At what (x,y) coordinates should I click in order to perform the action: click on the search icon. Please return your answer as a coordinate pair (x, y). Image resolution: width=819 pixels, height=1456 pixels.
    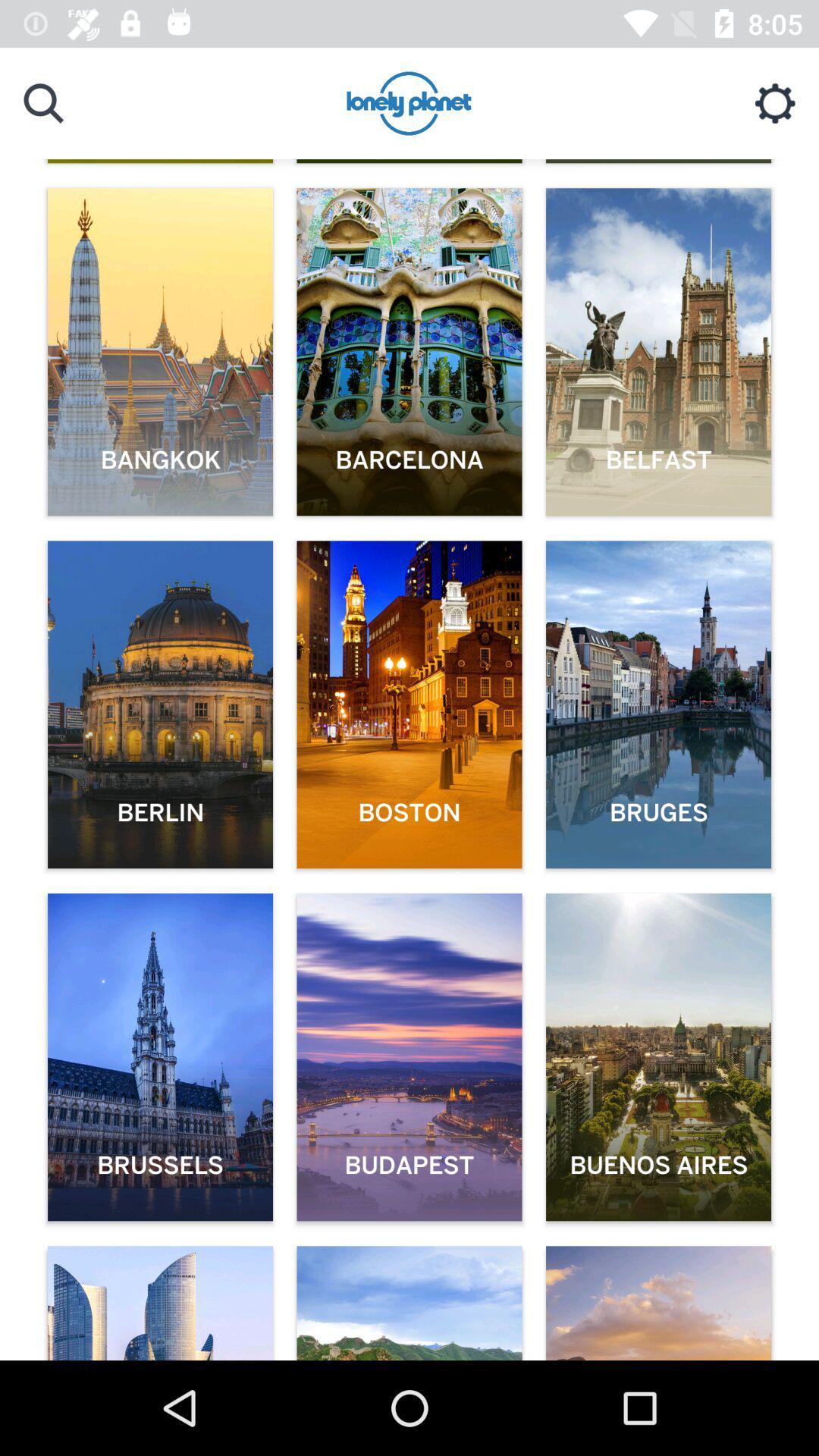
    Looking at the image, I should click on (42, 102).